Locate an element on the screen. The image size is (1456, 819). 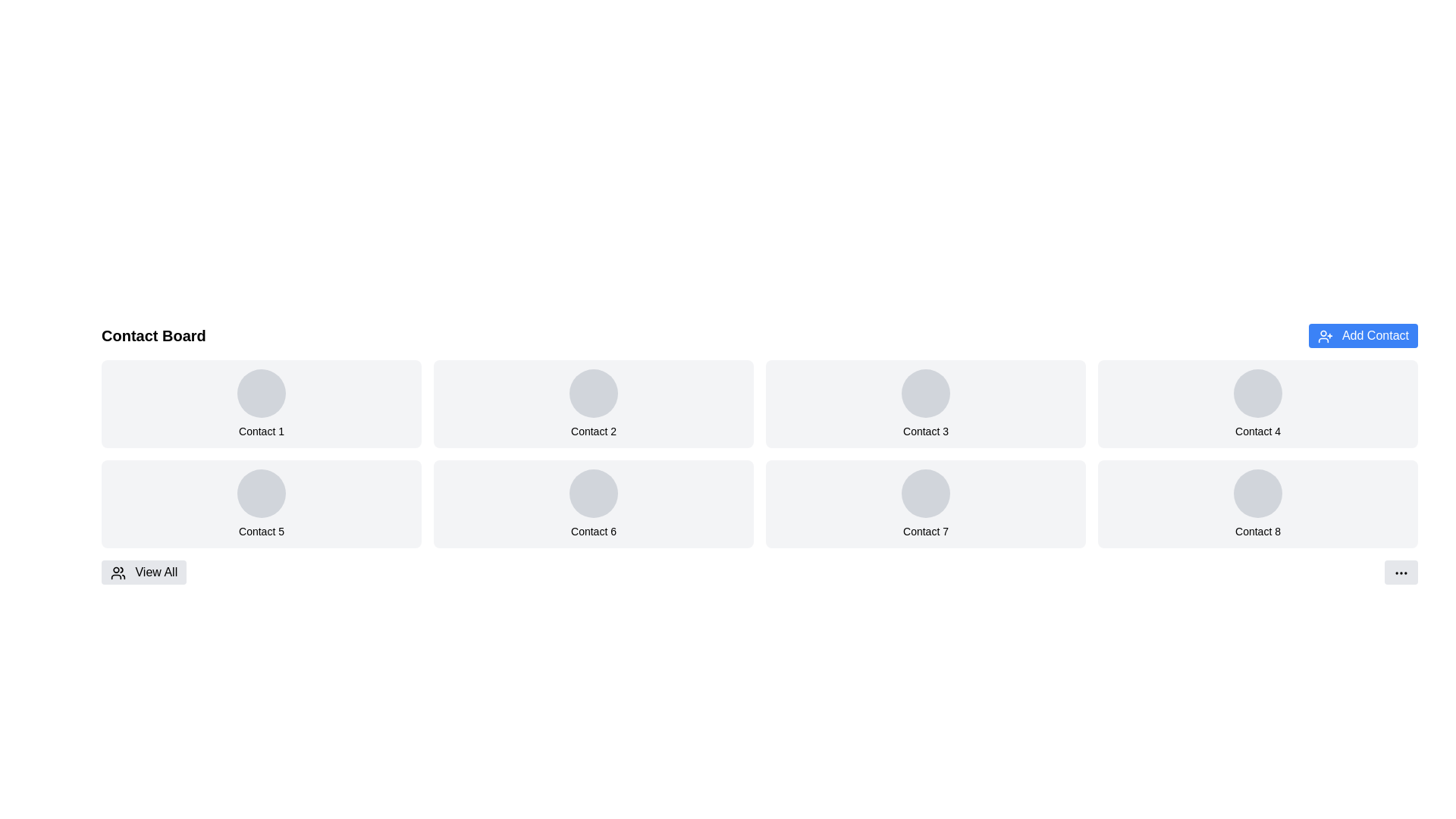
the icon representing a group or contacts that is part of the 'View All' button, located on the far left side of the button is located at coordinates (118, 573).